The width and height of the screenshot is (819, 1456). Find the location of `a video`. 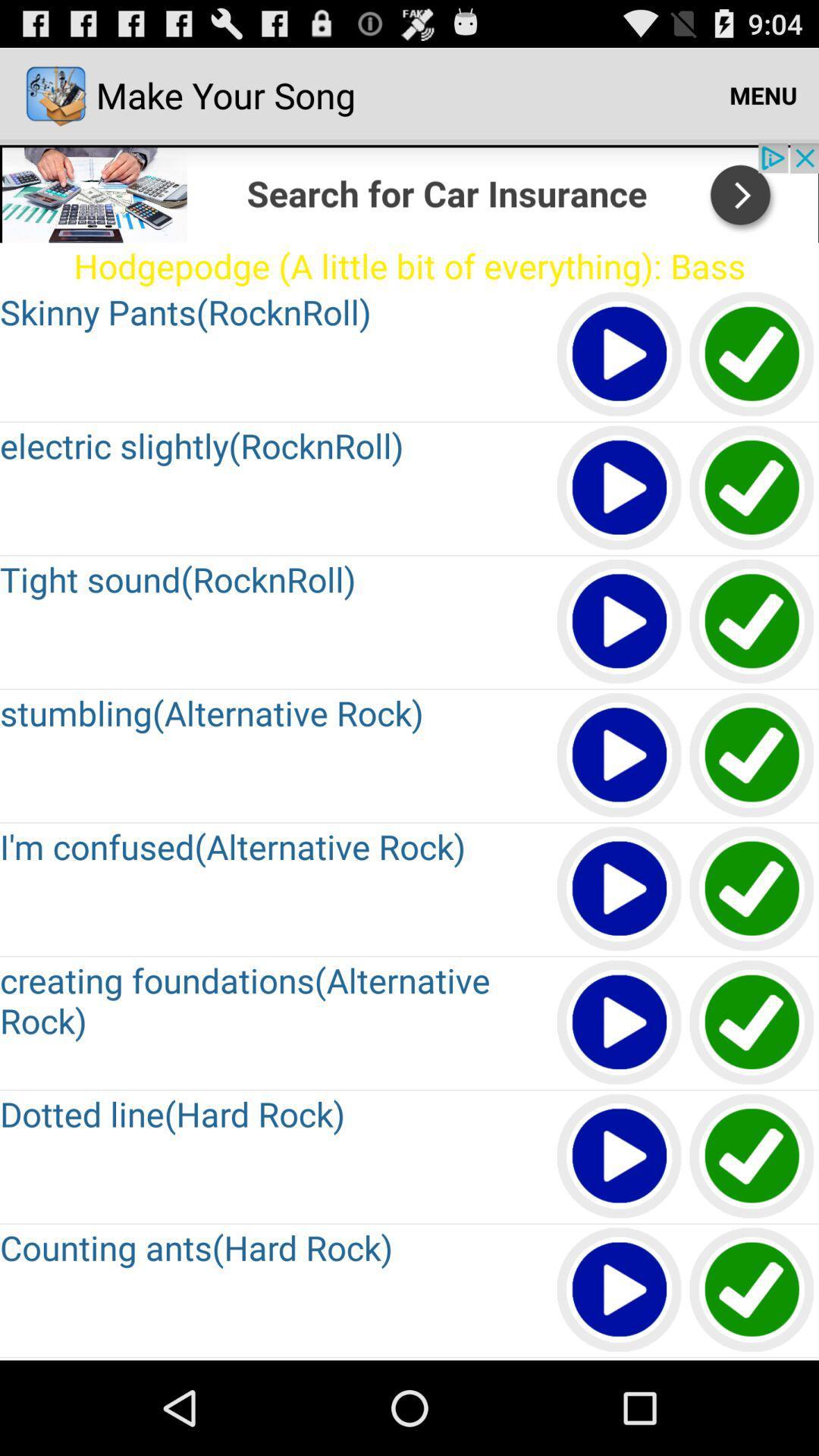

a video is located at coordinates (620, 1290).